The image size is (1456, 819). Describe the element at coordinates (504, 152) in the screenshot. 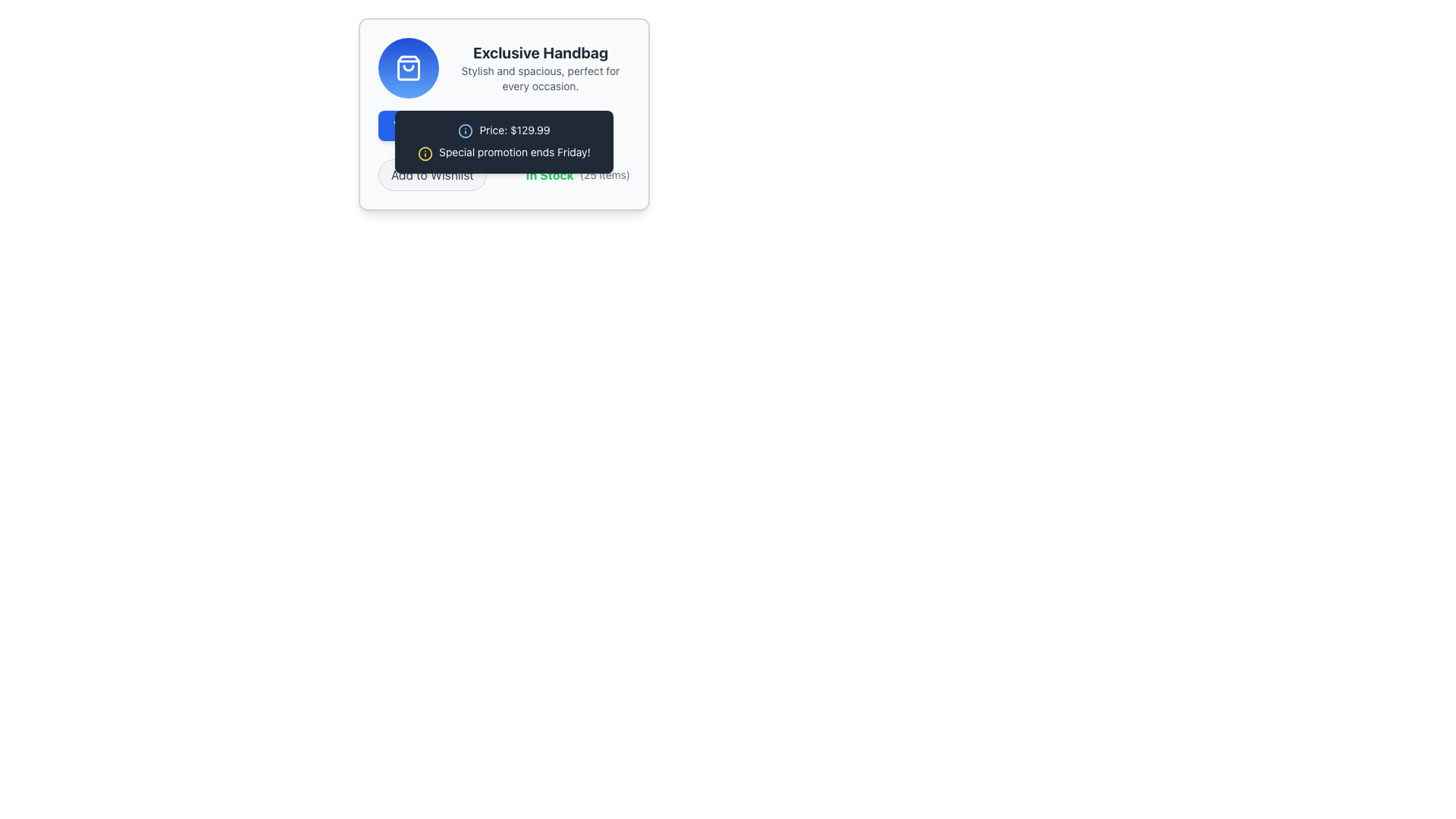

I see `the text label that serves as a notification for a special promotion and its expiration date, located at the bottom of a dark gray rectangular notification box` at that location.